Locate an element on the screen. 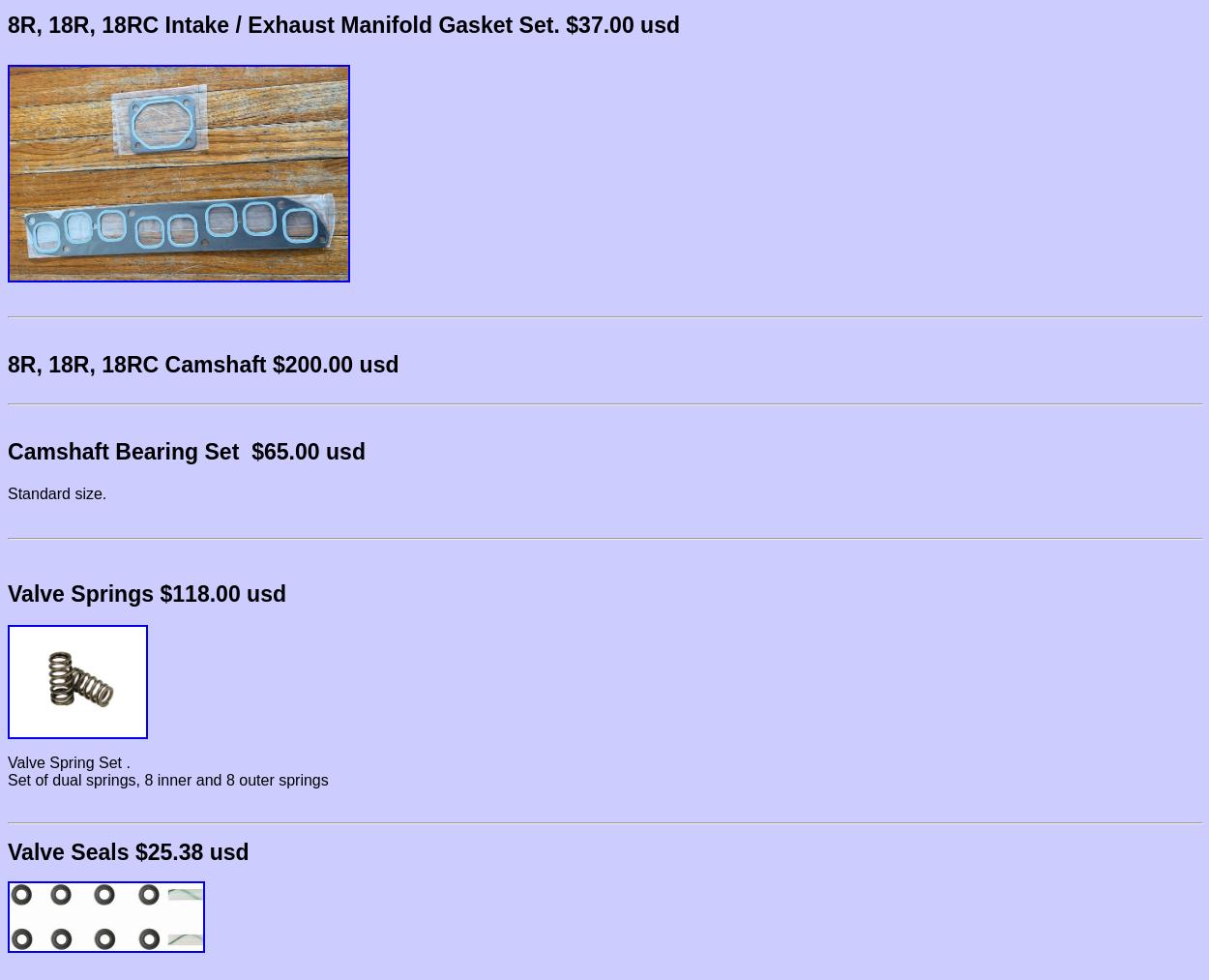 Image resolution: width=1209 pixels, height=980 pixels. 'Camshaft Bearing Set  $' is located at coordinates (135, 450).